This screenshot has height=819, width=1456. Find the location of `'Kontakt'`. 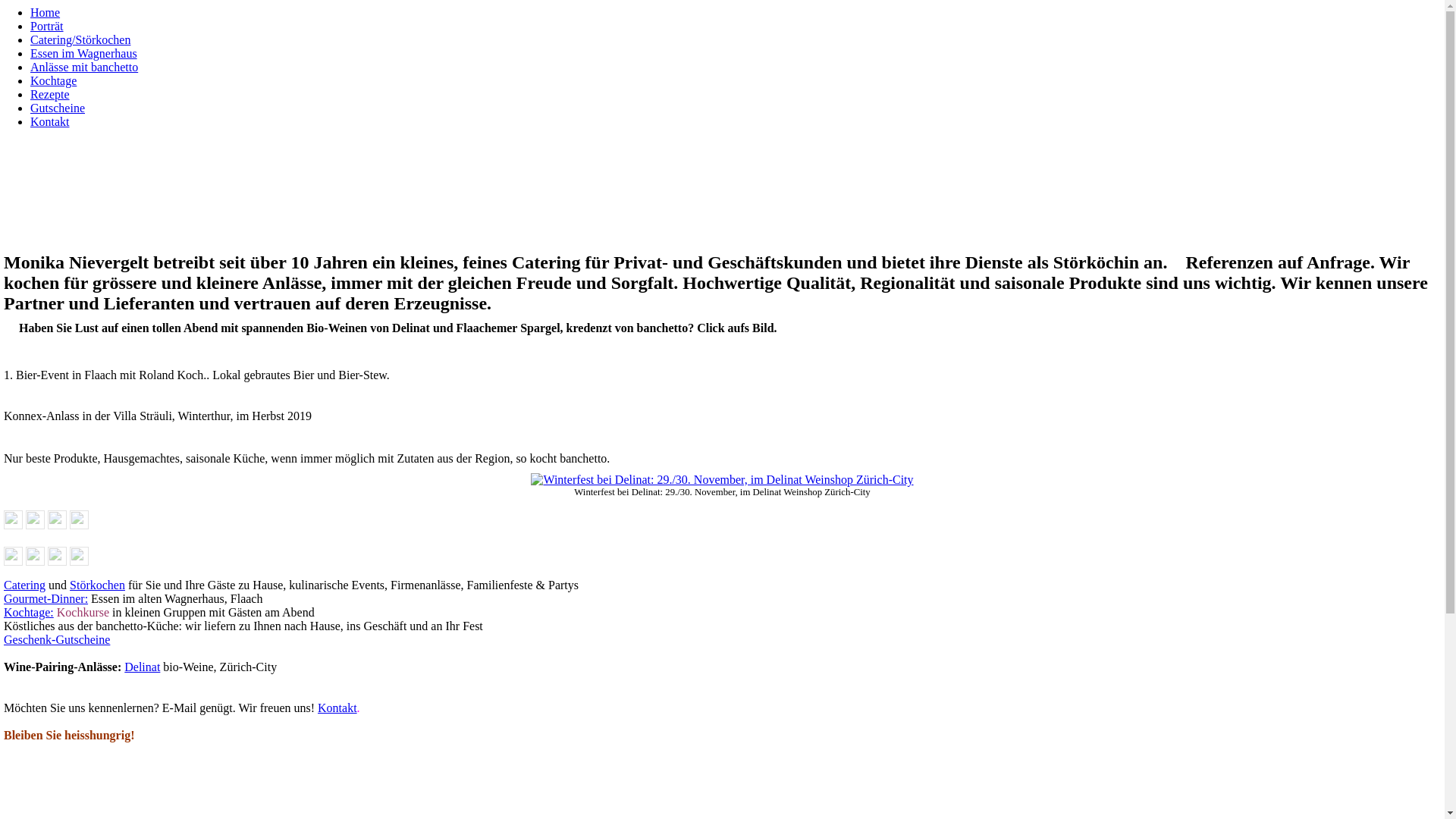

'Kontakt' is located at coordinates (337, 708).